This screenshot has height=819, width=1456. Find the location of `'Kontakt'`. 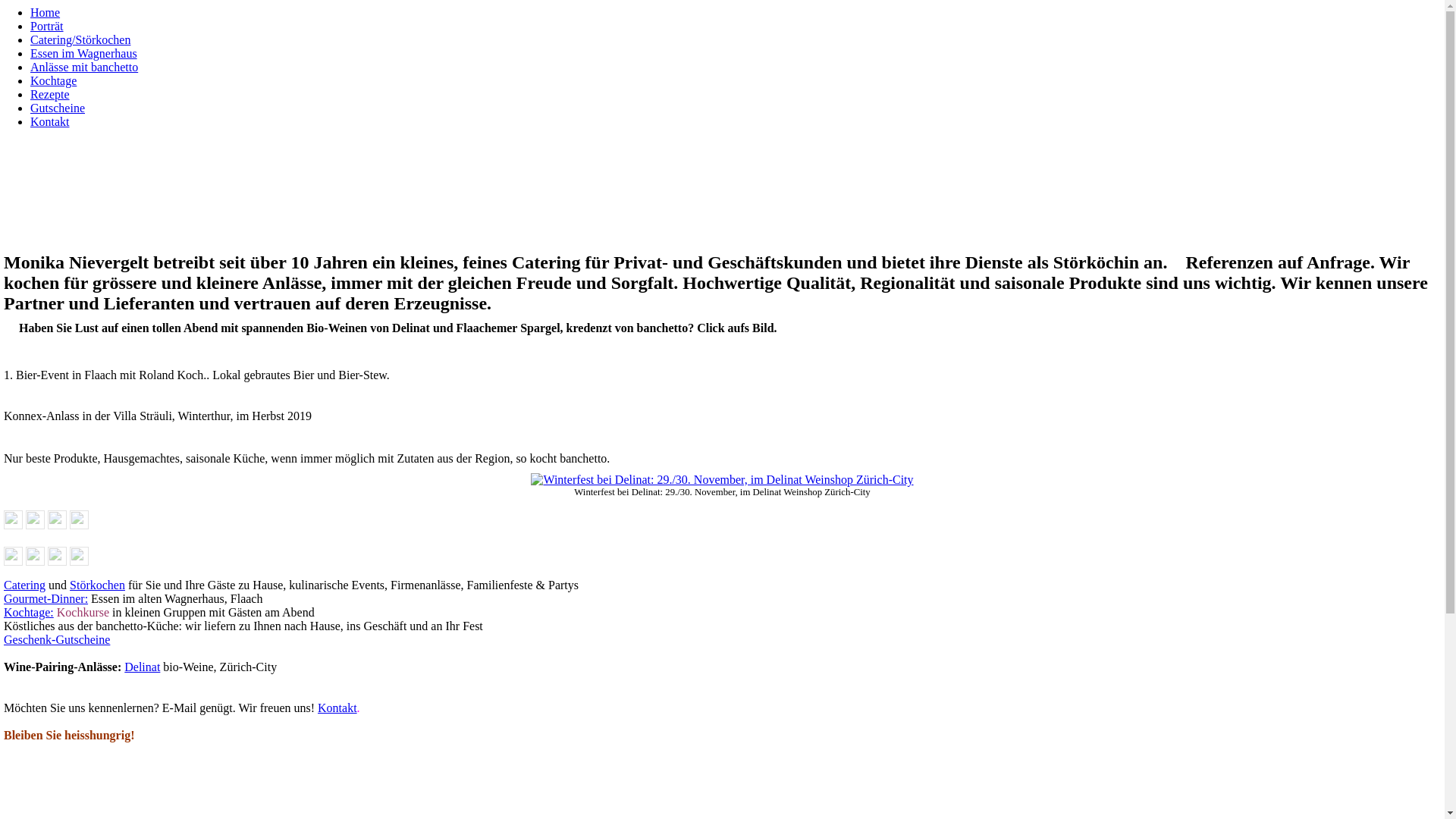

'Kontakt' is located at coordinates (337, 708).